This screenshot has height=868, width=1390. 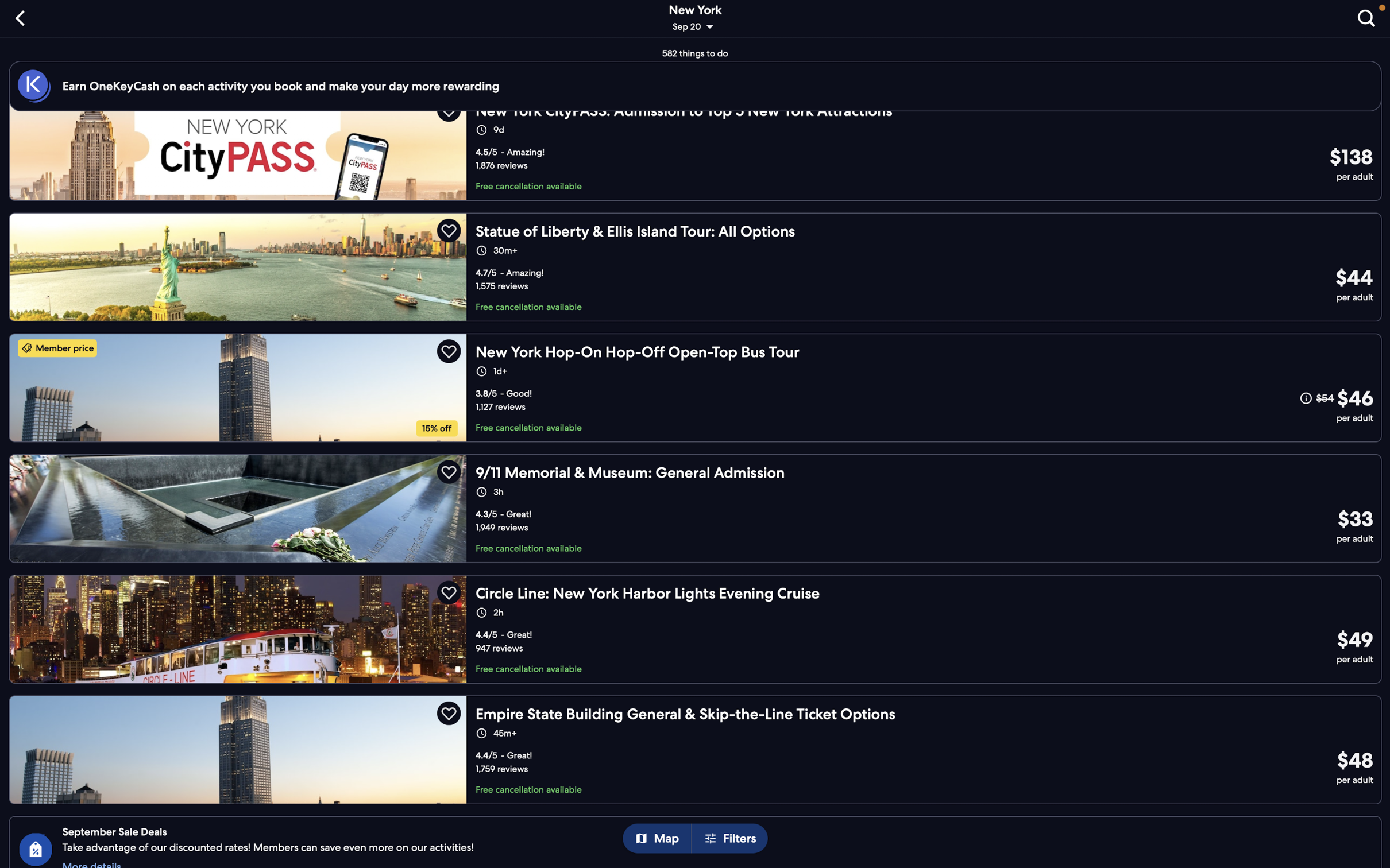 What do you see at coordinates (696, 20) in the screenshot?
I see `the "change date or location" button to update tour information` at bounding box center [696, 20].